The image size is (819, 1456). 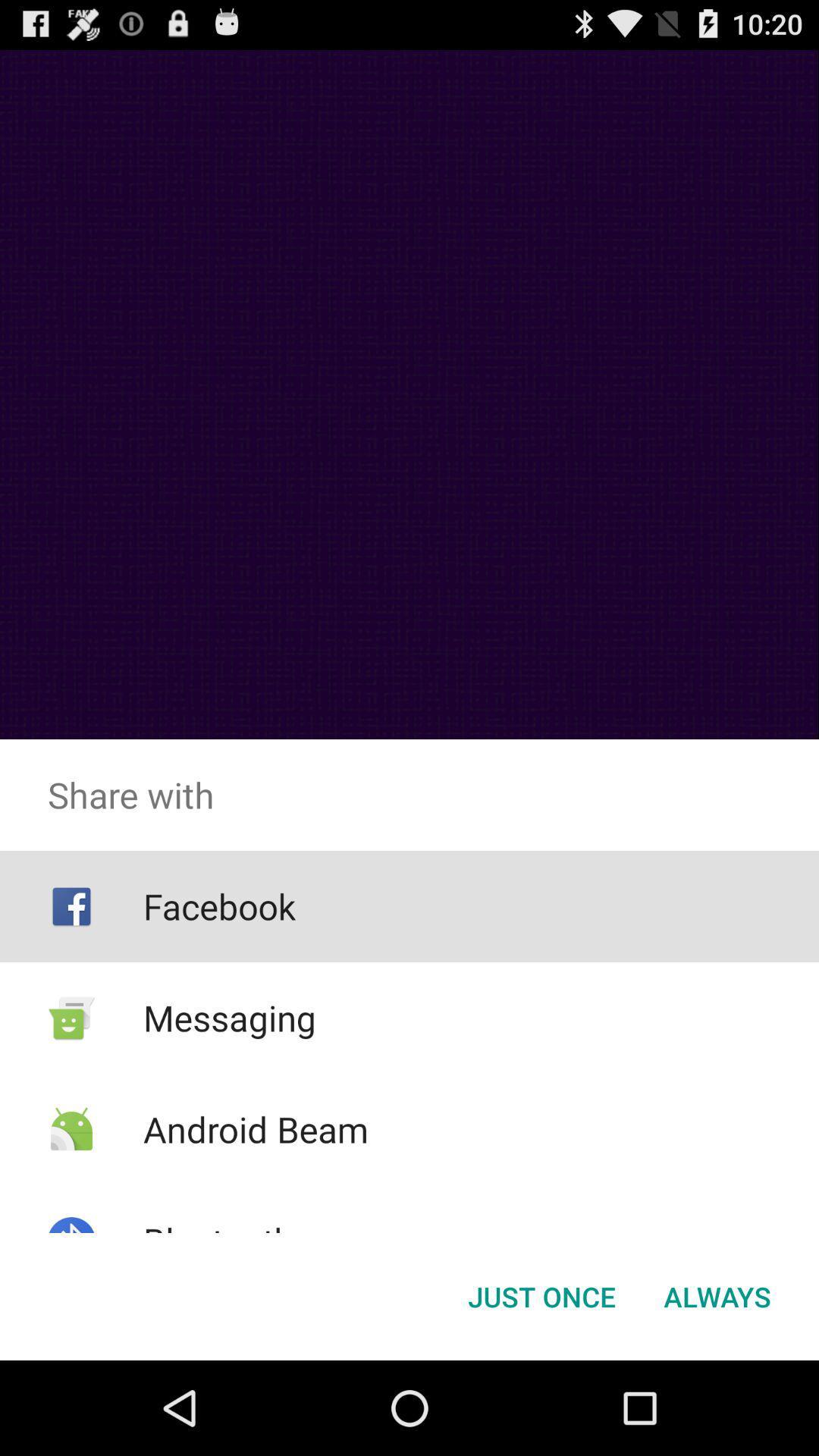 I want to click on the app below android beam icon, so click(x=218, y=1241).